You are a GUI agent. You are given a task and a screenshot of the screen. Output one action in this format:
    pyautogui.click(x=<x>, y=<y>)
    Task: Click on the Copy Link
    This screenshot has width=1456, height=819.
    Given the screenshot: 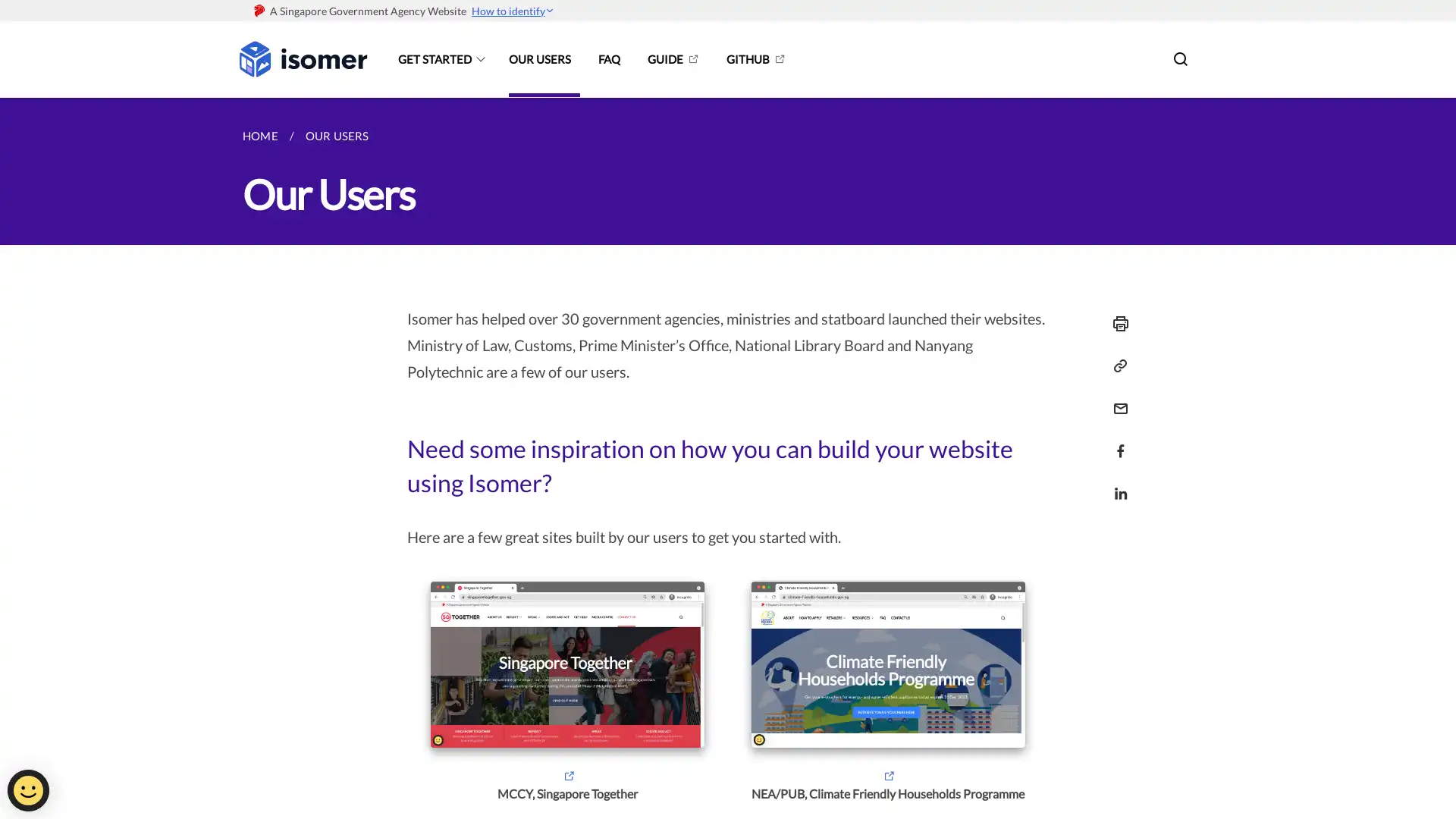 What is the action you would take?
    pyautogui.click(x=1116, y=366)
    